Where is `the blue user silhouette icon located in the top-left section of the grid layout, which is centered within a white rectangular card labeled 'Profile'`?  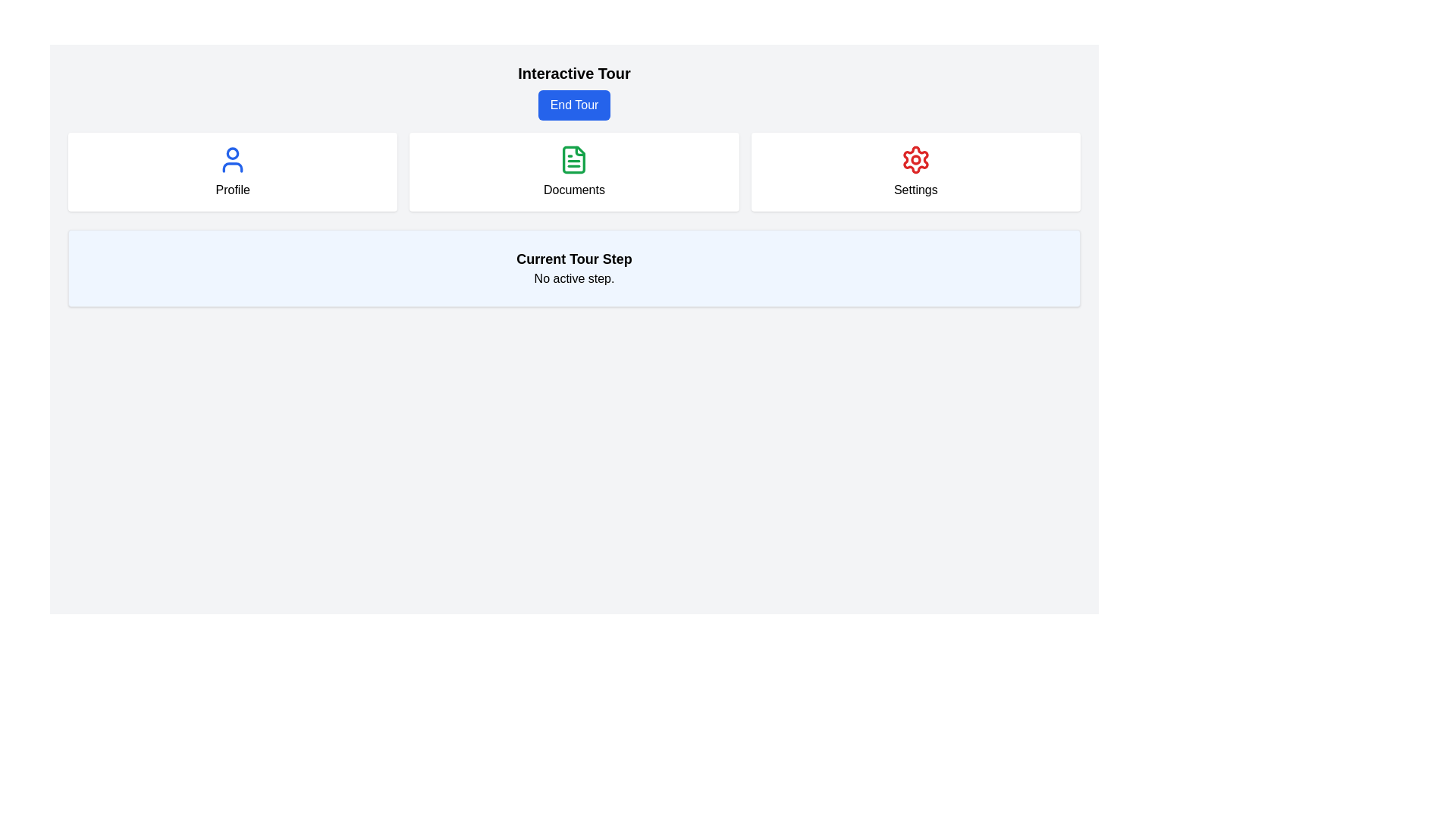 the blue user silhouette icon located in the top-left section of the grid layout, which is centered within a white rectangular card labeled 'Profile' is located at coordinates (232, 160).